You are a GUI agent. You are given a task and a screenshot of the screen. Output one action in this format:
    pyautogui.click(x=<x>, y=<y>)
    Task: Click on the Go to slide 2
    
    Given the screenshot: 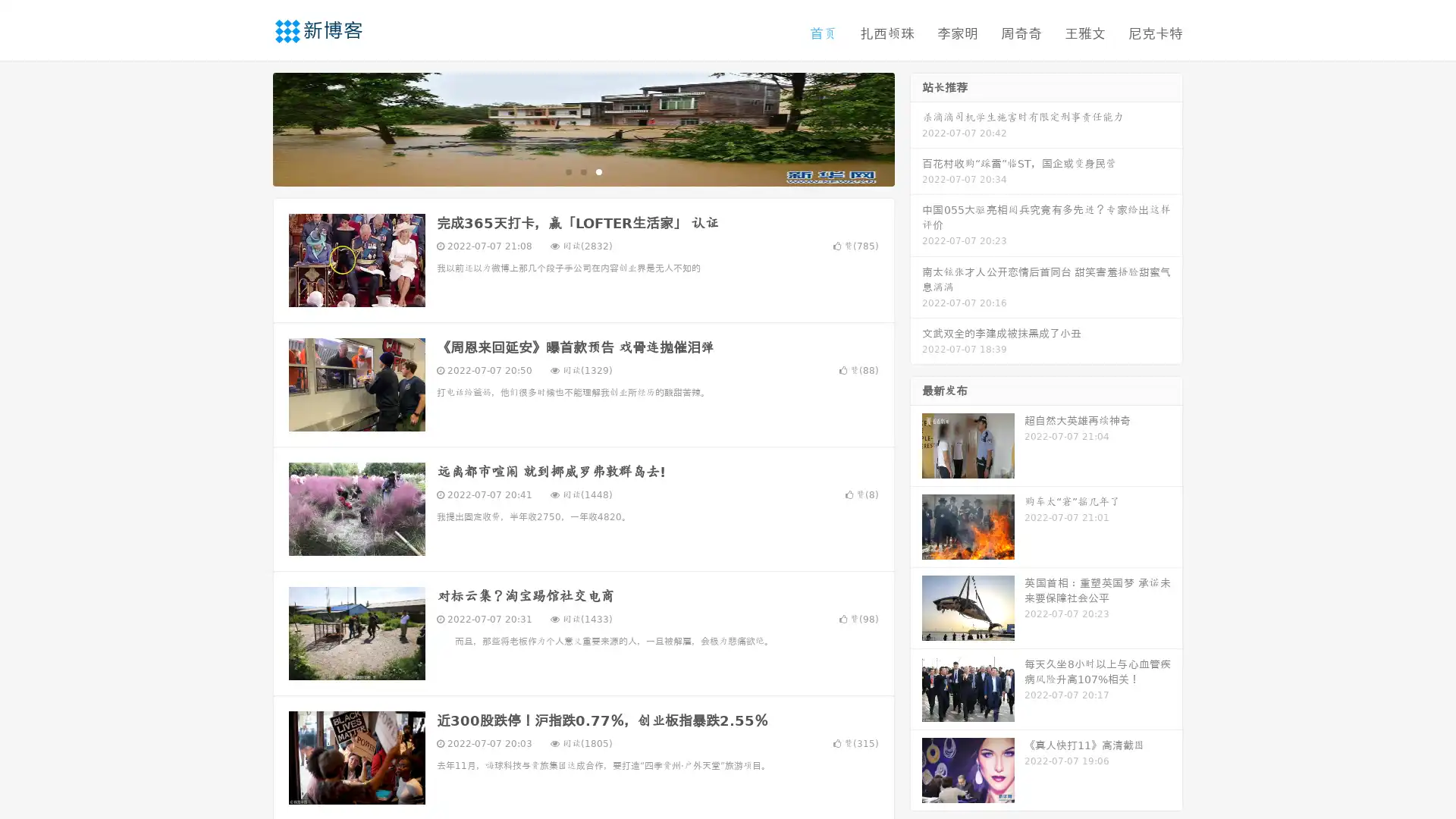 What is the action you would take?
    pyautogui.click(x=582, y=171)
    